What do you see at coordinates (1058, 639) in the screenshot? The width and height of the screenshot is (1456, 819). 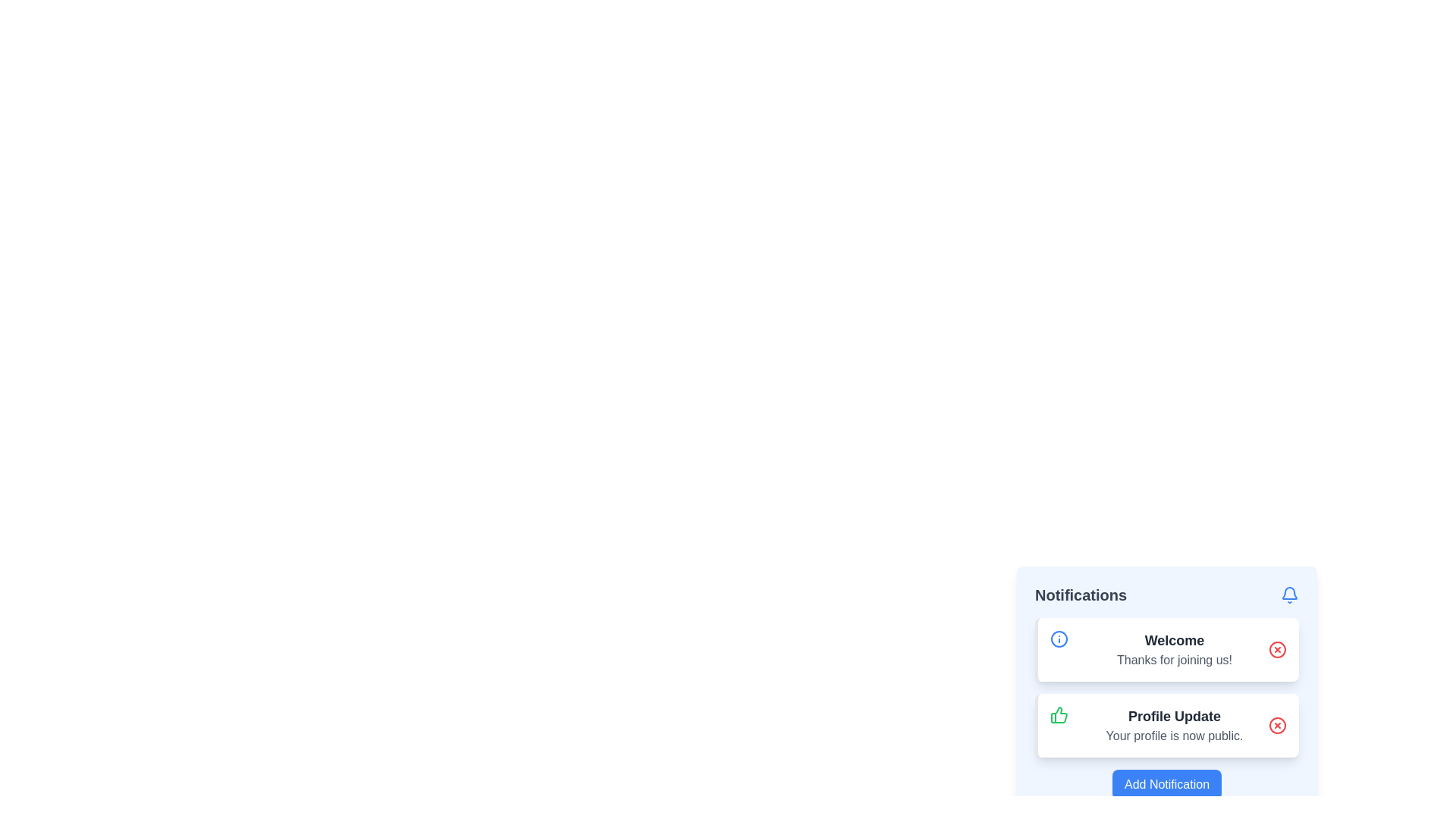 I see `the outer circular SVG graphic component of the 'info' icon located at the top-right corner of the notification card` at bounding box center [1058, 639].